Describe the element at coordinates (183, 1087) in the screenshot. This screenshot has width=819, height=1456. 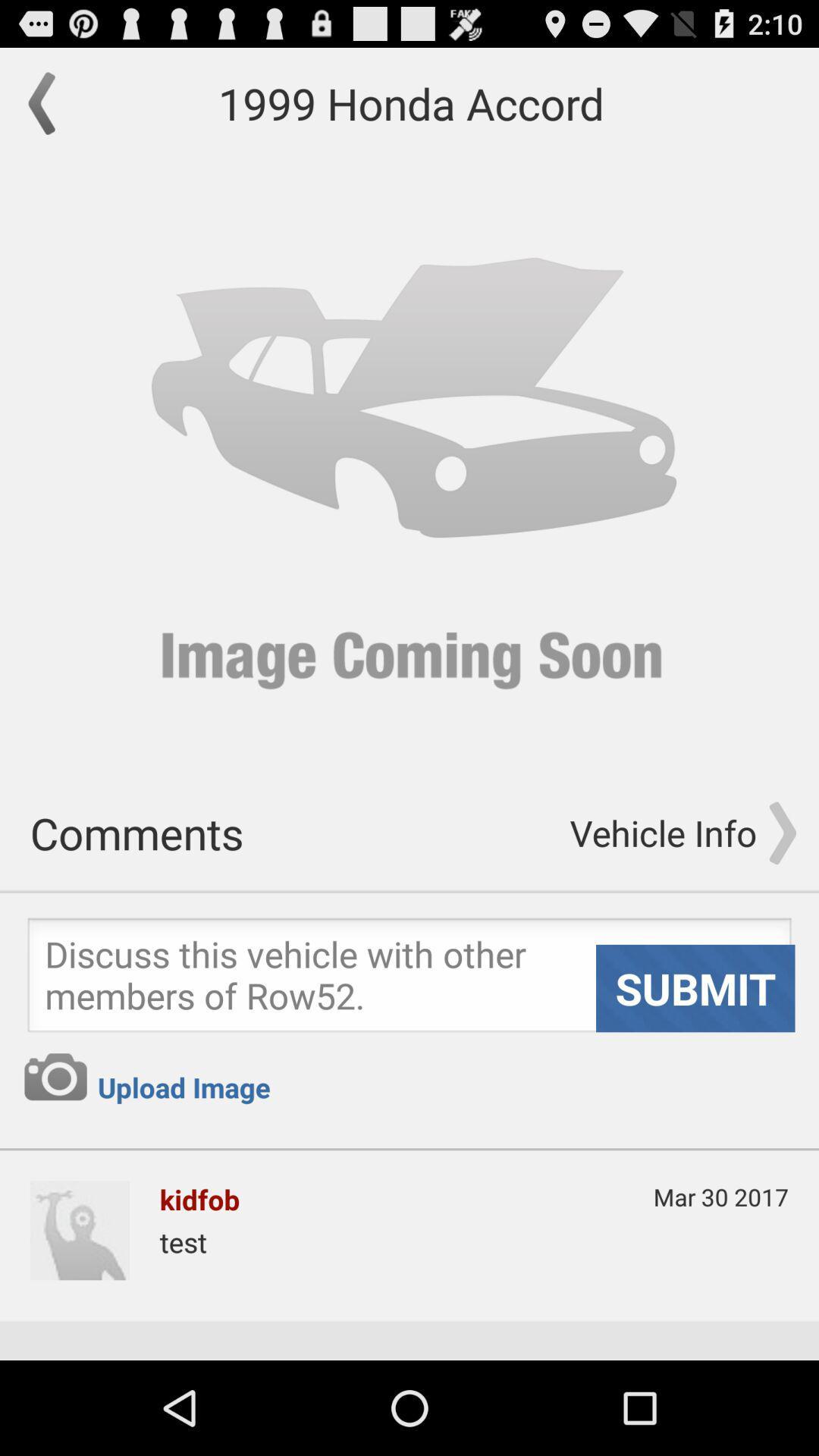
I see `the upload image app` at that location.